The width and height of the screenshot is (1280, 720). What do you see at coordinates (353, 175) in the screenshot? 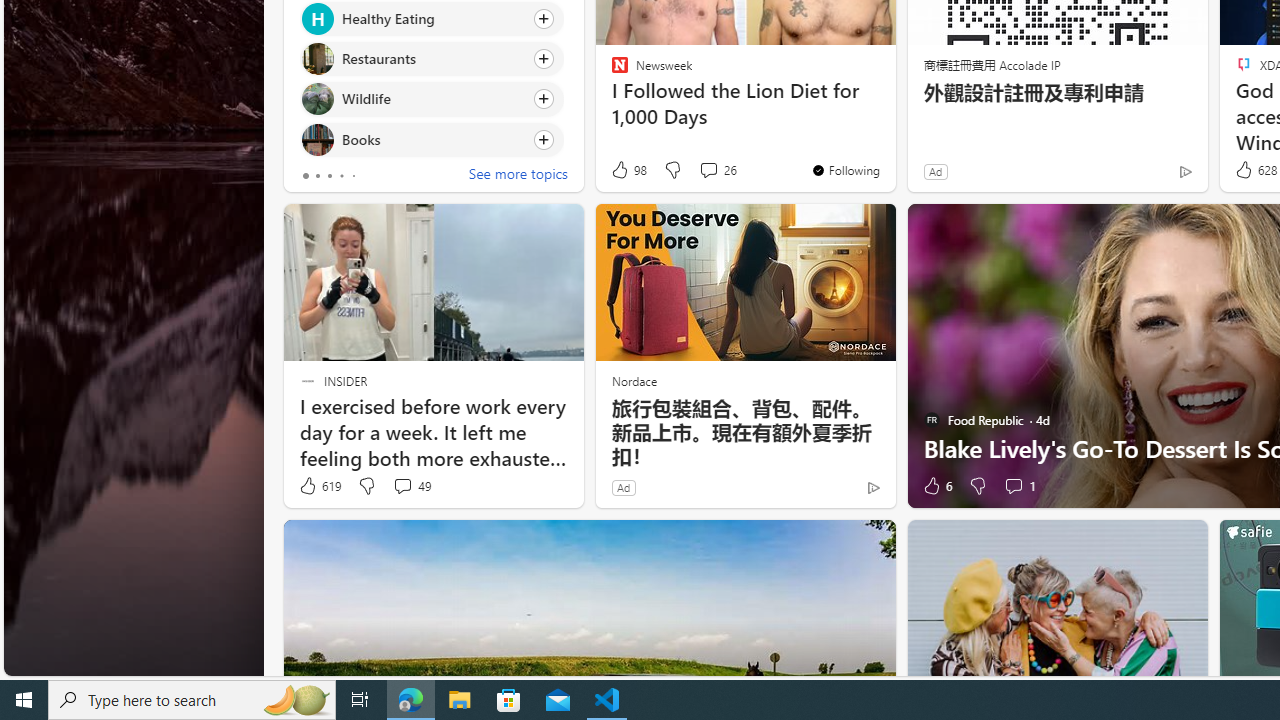
I see `'tab-4'` at bounding box center [353, 175].